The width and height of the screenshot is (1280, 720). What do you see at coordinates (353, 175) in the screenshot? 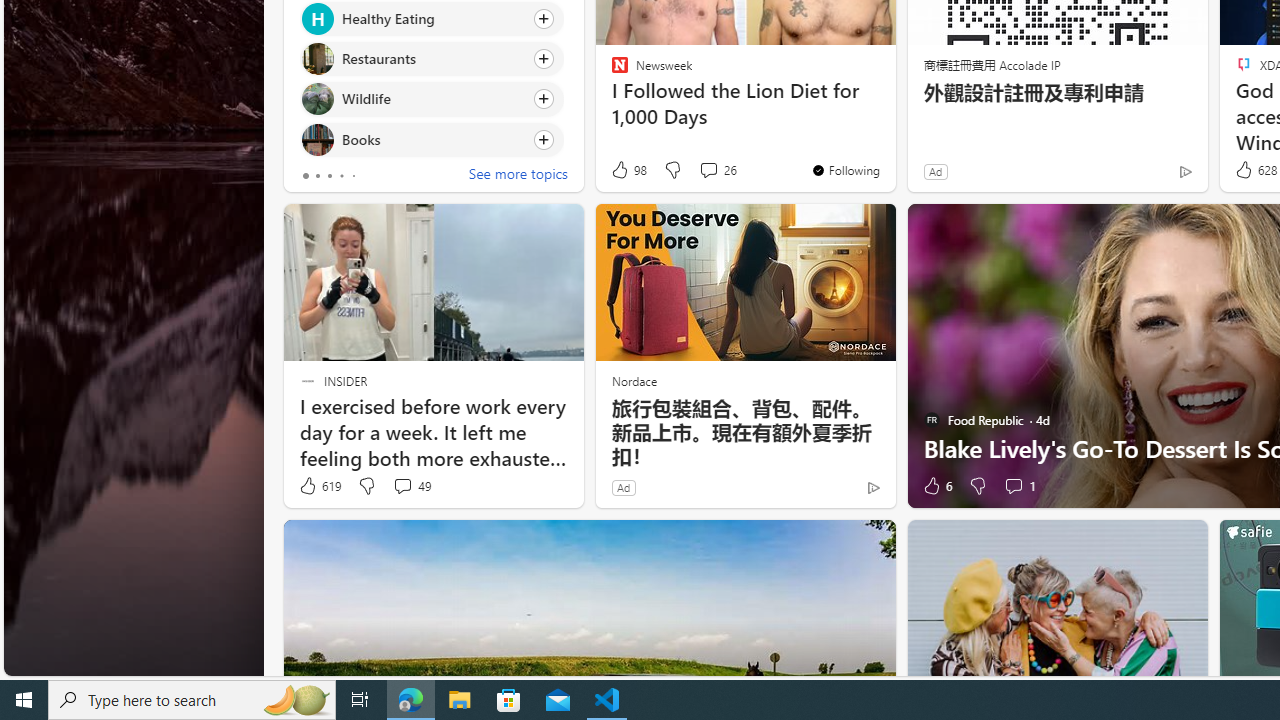
I see `'tab-4'` at bounding box center [353, 175].